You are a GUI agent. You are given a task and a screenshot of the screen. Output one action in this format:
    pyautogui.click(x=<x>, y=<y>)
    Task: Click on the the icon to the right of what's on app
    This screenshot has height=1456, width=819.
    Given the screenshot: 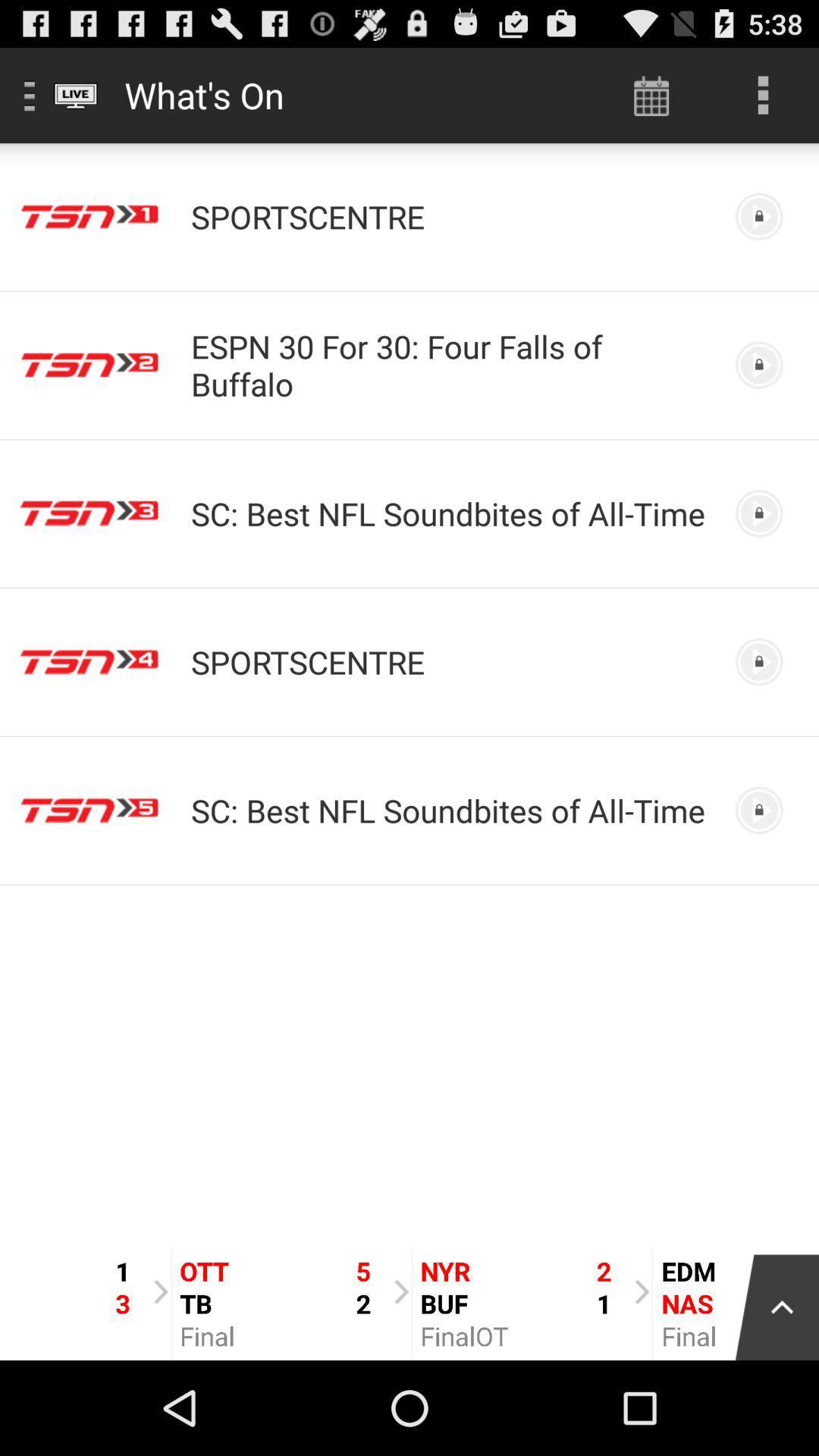 What is the action you would take?
    pyautogui.click(x=651, y=94)
    